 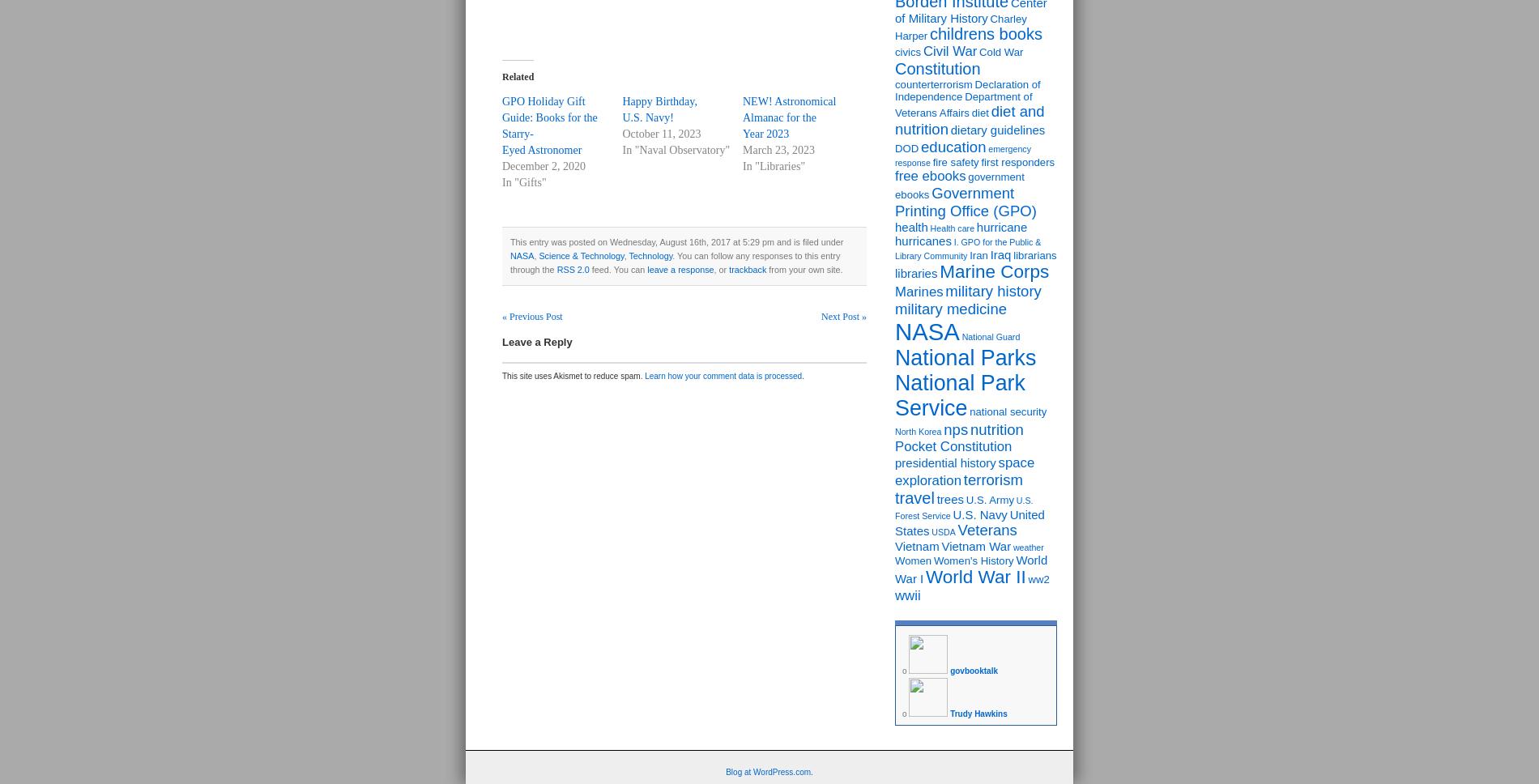 I want to click on 'childrens books', so click(x=984, y=33).